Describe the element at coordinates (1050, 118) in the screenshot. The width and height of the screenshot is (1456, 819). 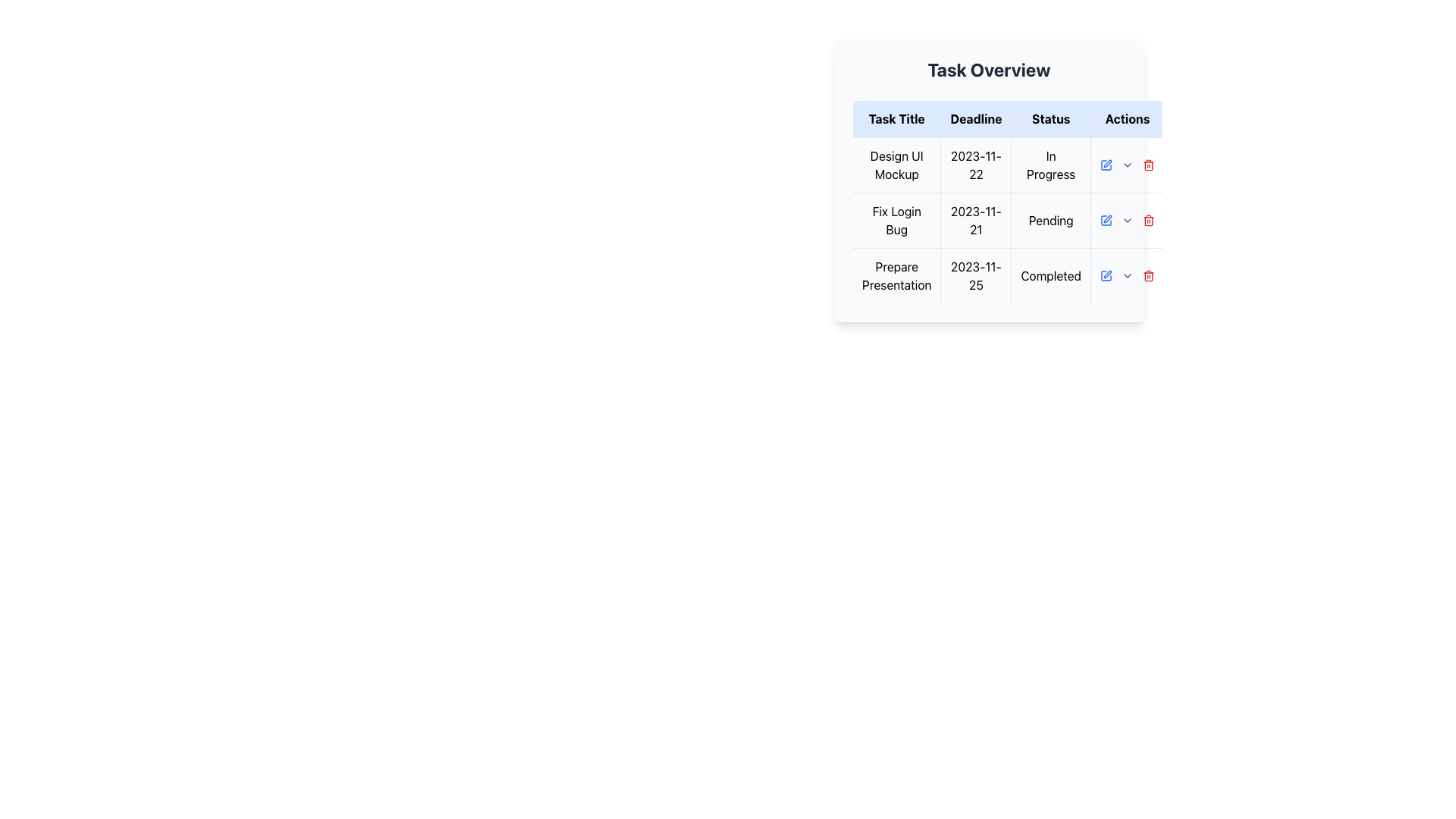
I see `the Table Header Cell labeled 'Status', which is the third cell in the header row of a data table, characterized by a light blue background and bold black text` at that location.